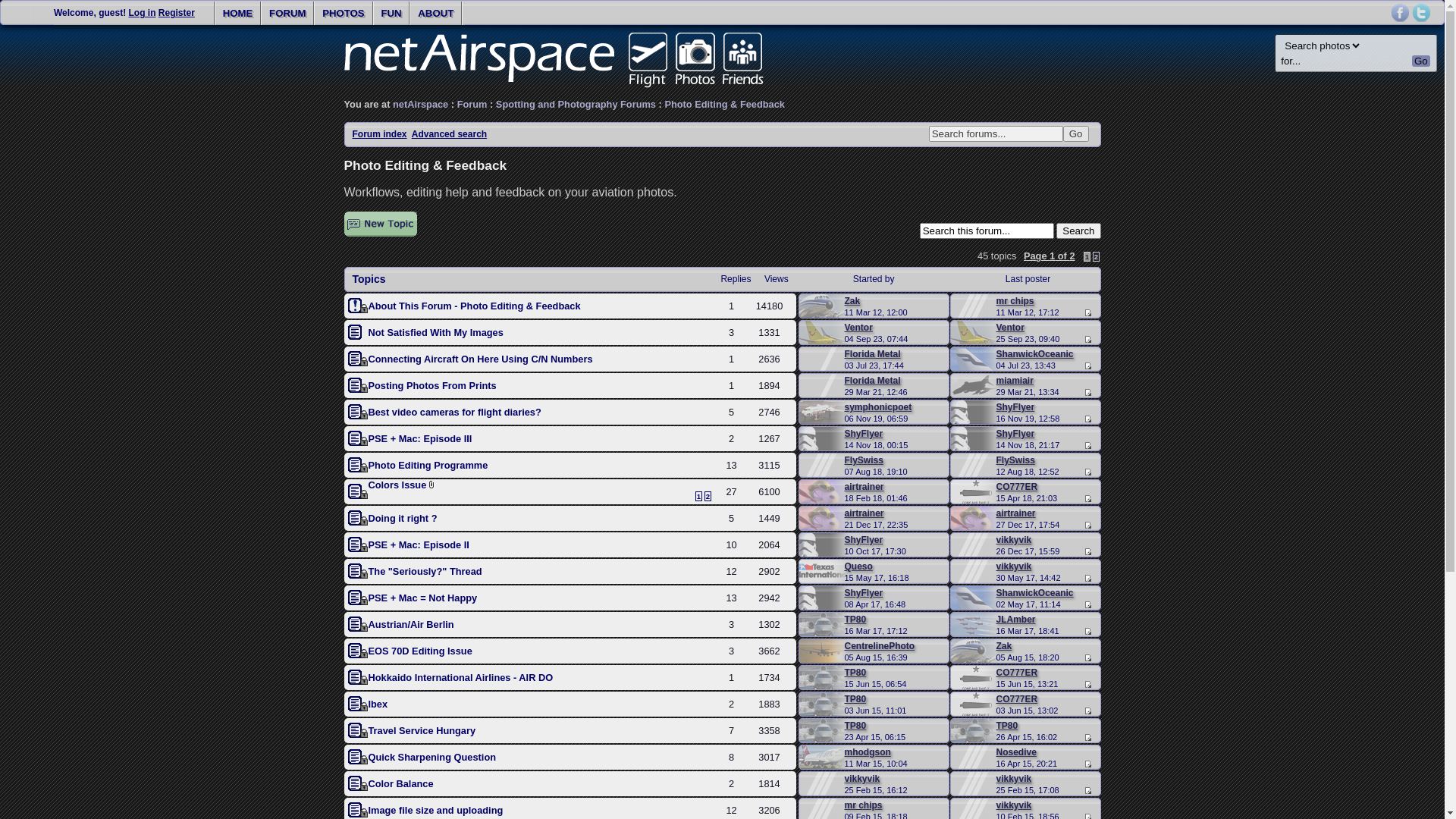  I want to click on 'Color Balance', so click(400, 783).